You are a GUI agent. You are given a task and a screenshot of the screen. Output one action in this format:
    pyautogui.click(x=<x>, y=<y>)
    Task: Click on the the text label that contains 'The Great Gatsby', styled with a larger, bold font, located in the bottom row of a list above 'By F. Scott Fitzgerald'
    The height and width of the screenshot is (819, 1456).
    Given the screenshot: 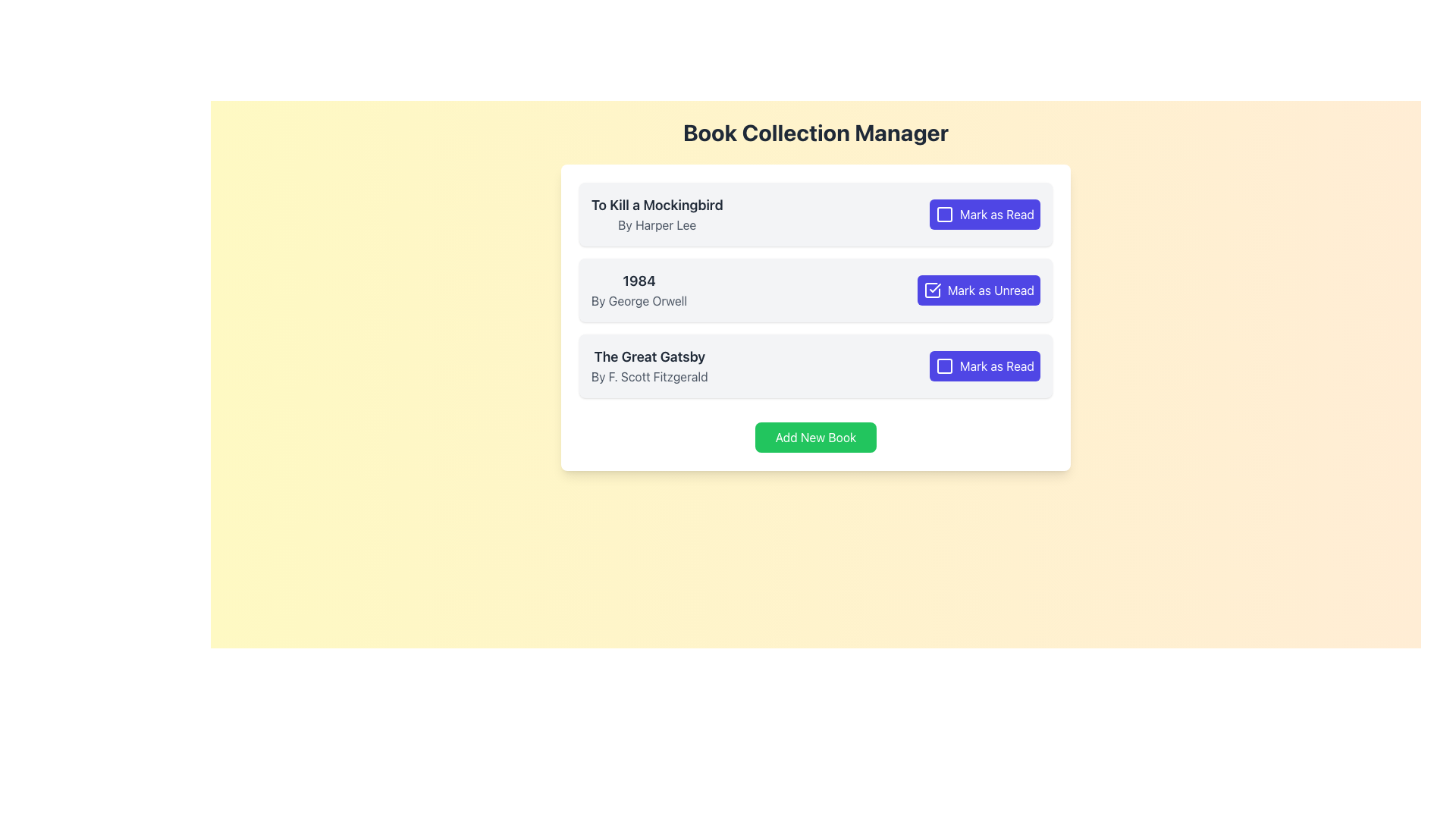 What is the action you would take?
    pyautogui.click(x=649, y=356)
    